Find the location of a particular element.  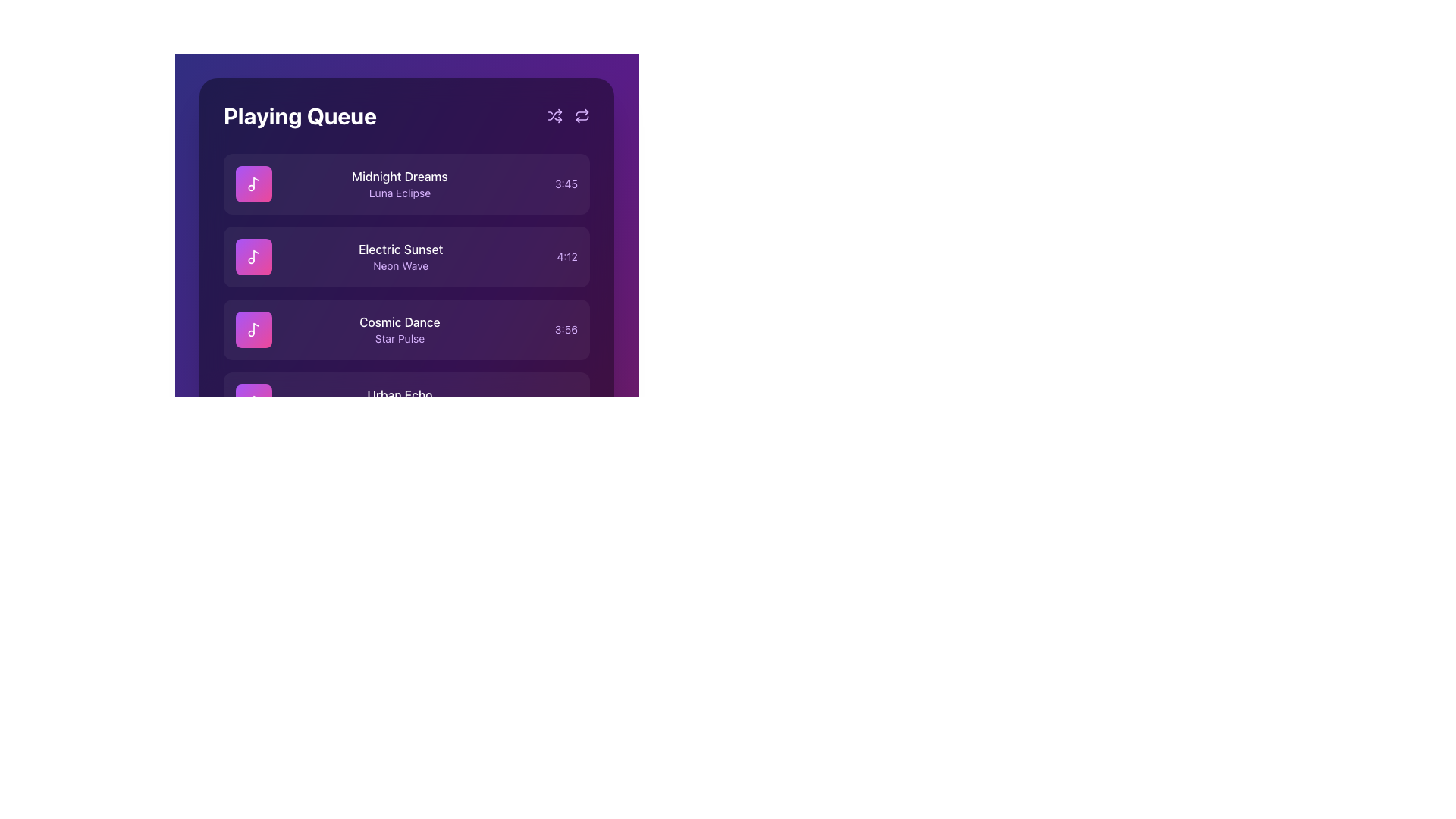

the rightmost icon in the horizontal row of icons at the top-right corner of the 'Playing Queue' is located at coordinates (582, 115).